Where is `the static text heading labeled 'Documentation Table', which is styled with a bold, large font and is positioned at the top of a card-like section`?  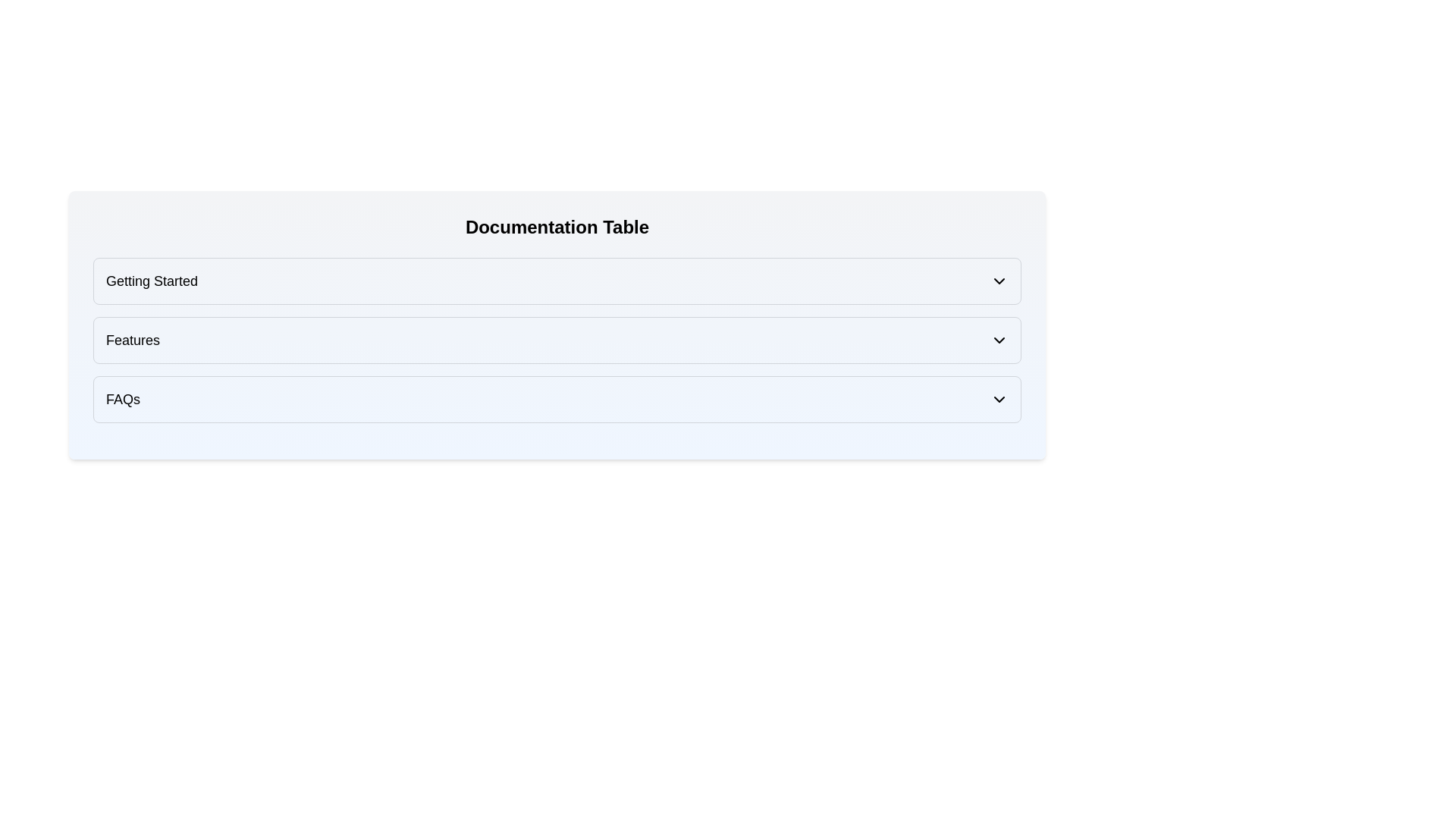 the static text heading labeled 'Documentation Table', which is styled with a bold, large font and is positioned at the top of a card-like section is located at coordinates (556, 227).